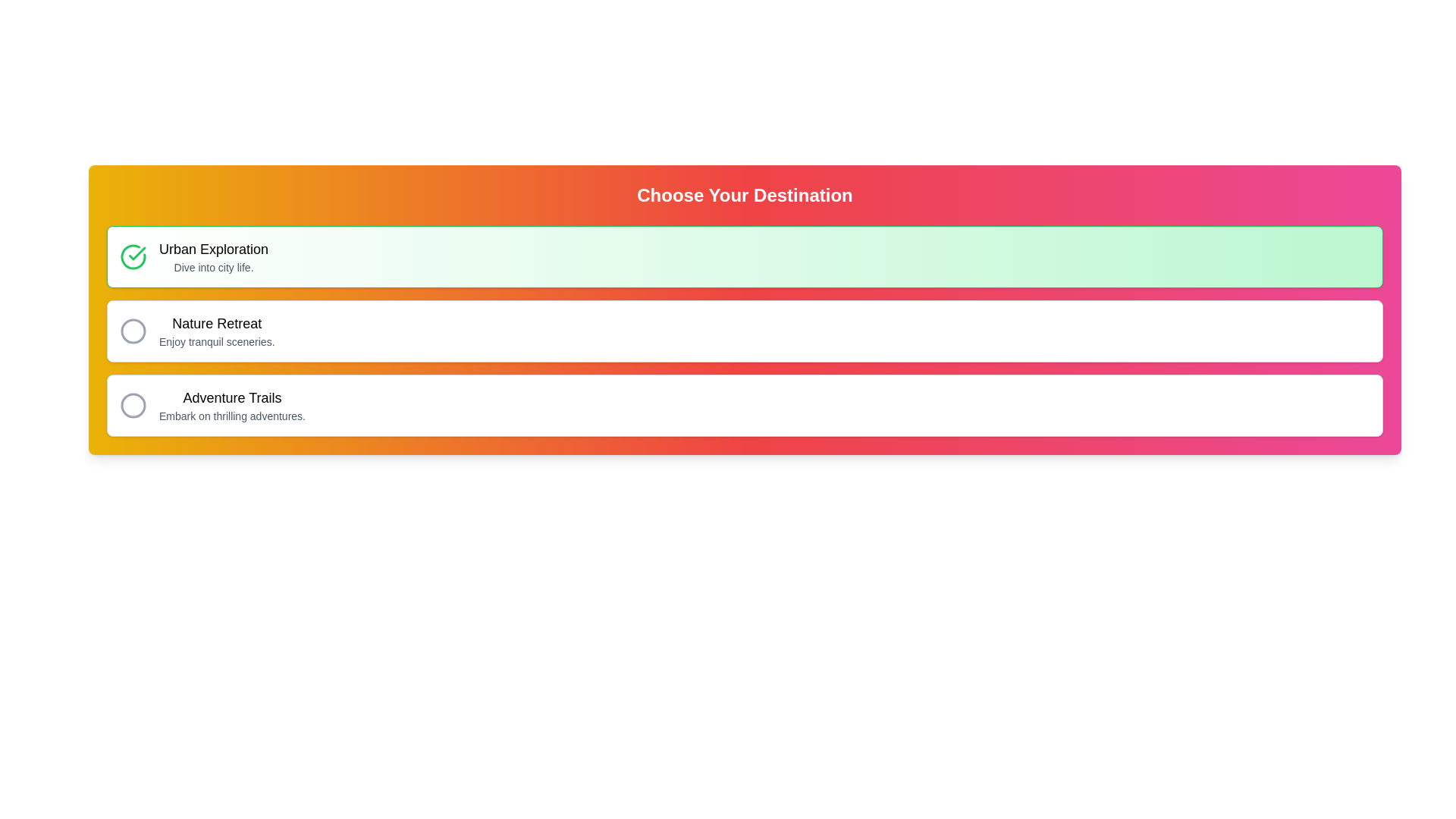 Image resolution: width=1456 pixels, height=819 pixels. What do you see at coordinates (213, 256) in the screenshot?
I see `the text block featuring the bold header 'Urban Exploration' and the subheader 'Dive into city life'` at bounding box center [213, 256].